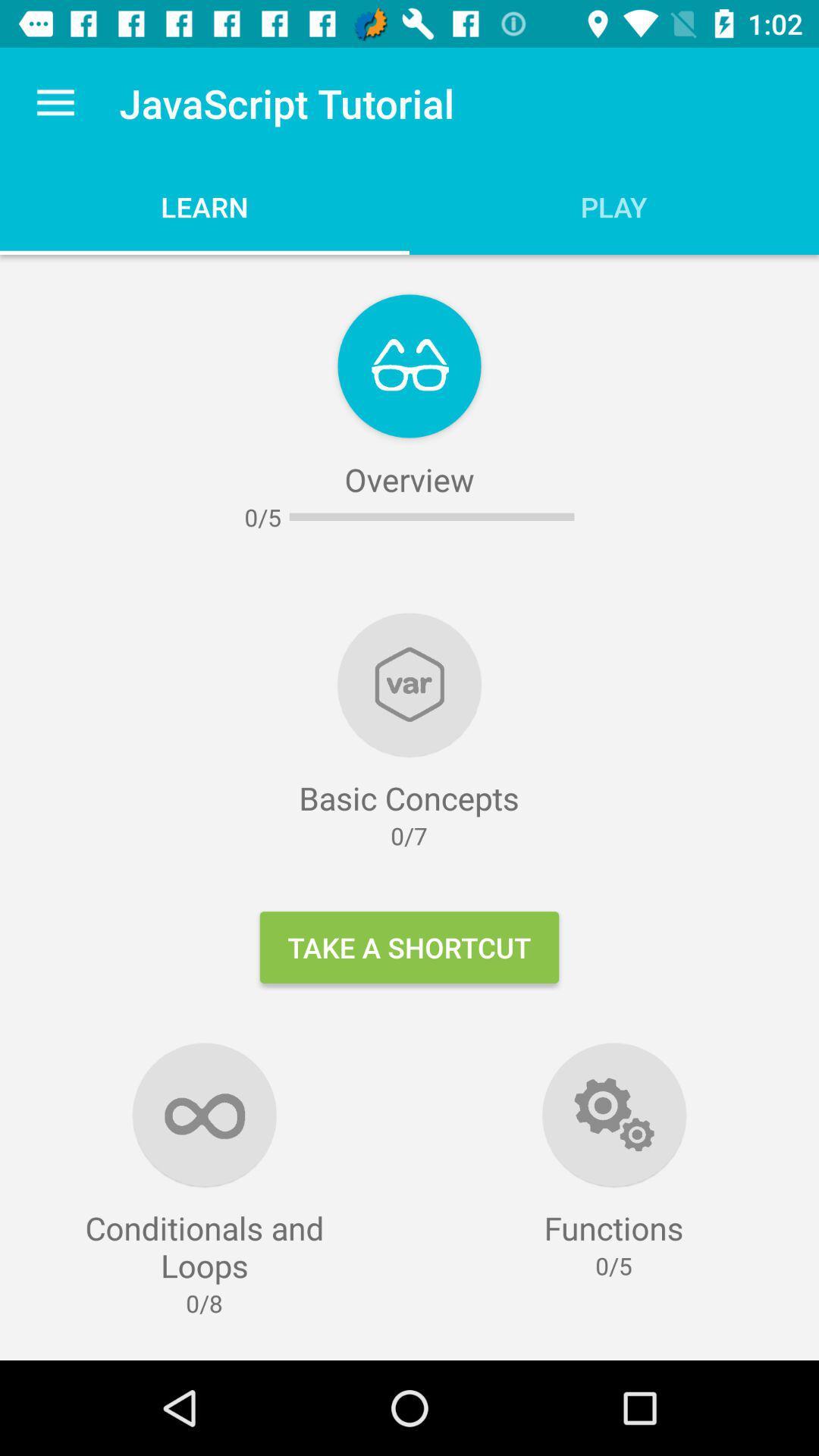 The width and height of the screenshot is (819, 1456). Describe the element at coordinates (55, 102) in the screenshot. I see `the icon above the conditionals and loops` at that location.